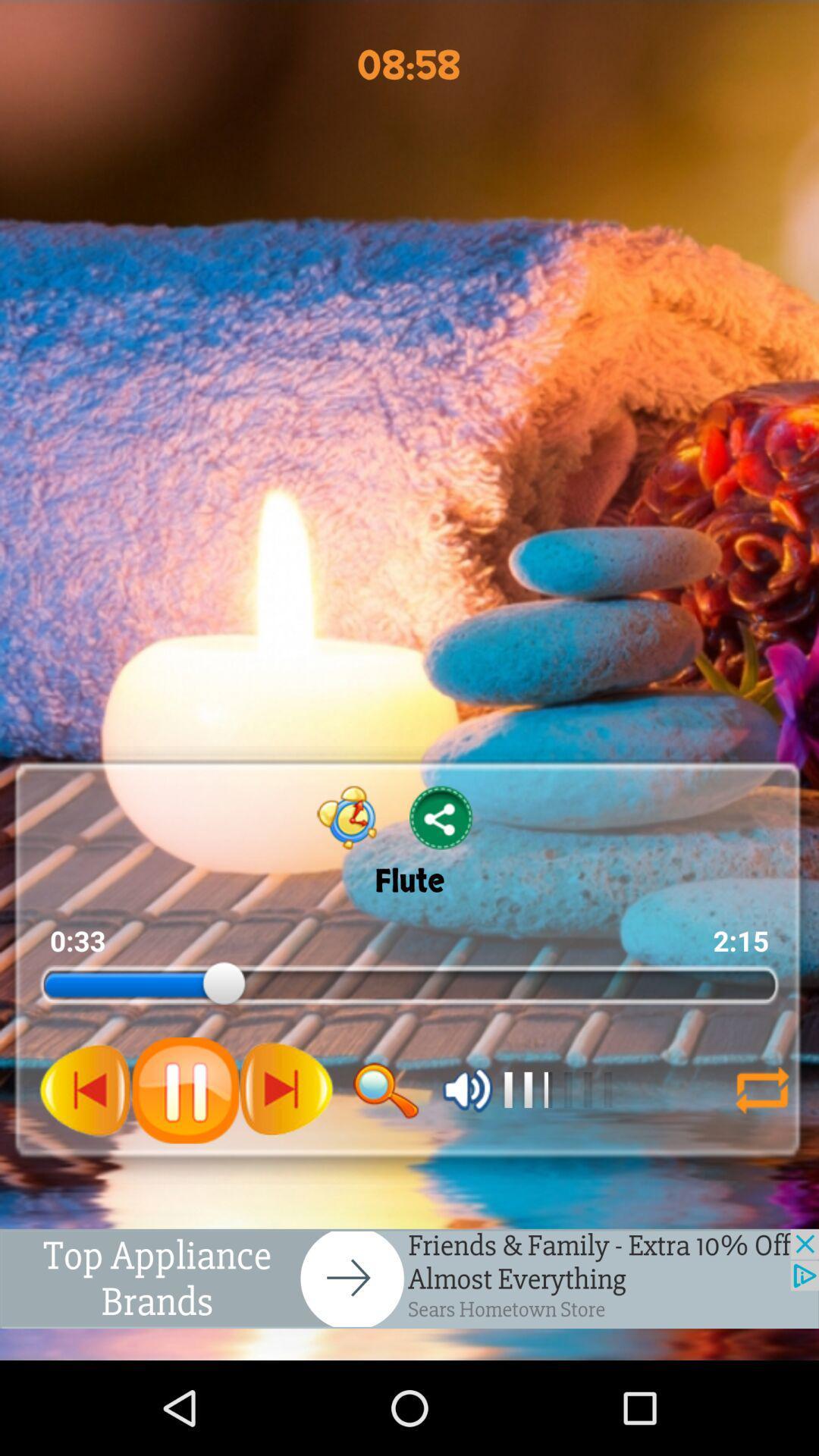 The height and width of the screenshot is (1456, 819). Describe the element at coordinates (86, 1089) in the screenshot. I see `previous` at that location.